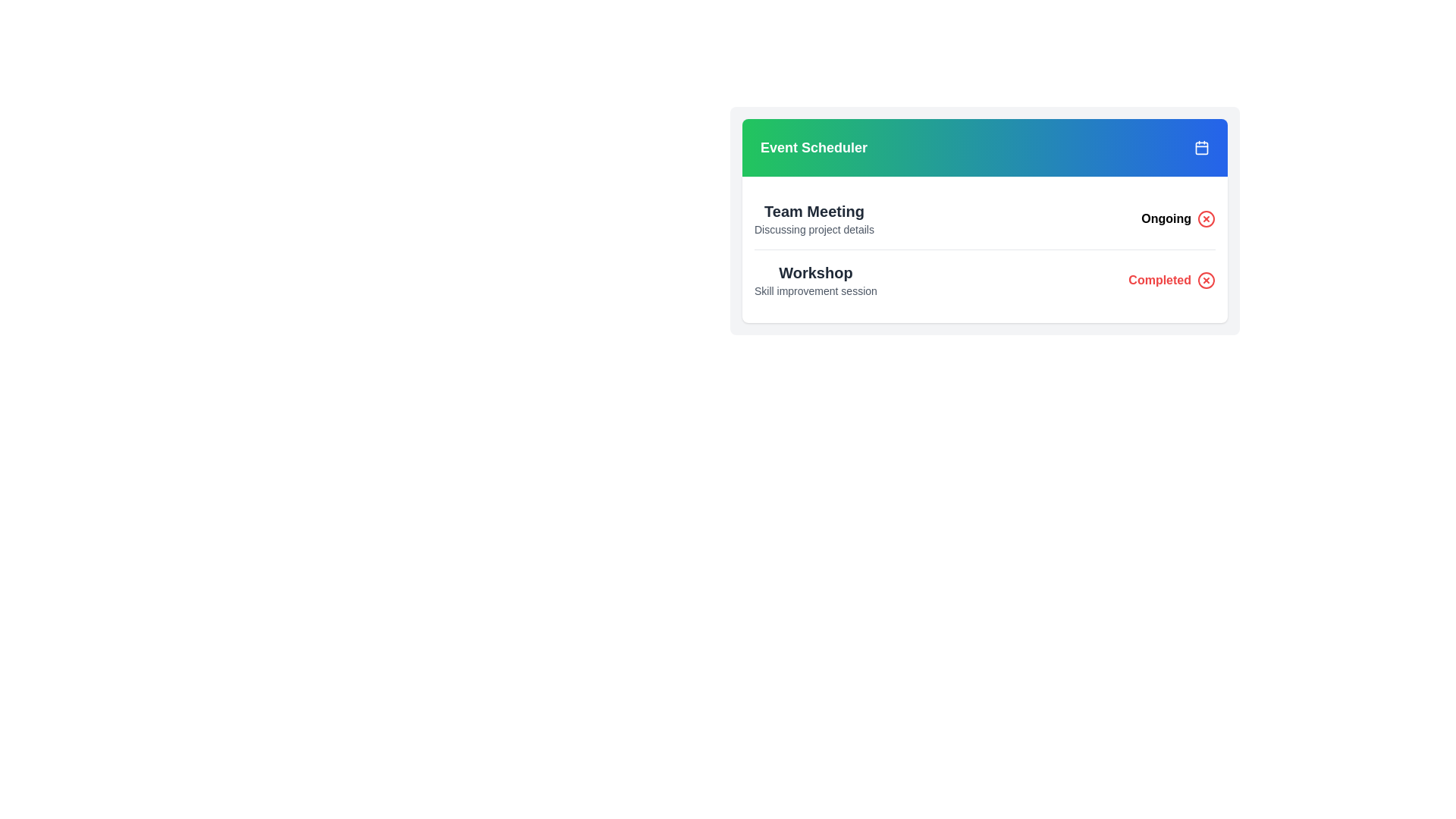  I want to click on the 'Event Scheduler' text label, which is prominently displayed in bold, large font on a green-to-blue gradient background, located on the left side of the header, so click(813, 148).